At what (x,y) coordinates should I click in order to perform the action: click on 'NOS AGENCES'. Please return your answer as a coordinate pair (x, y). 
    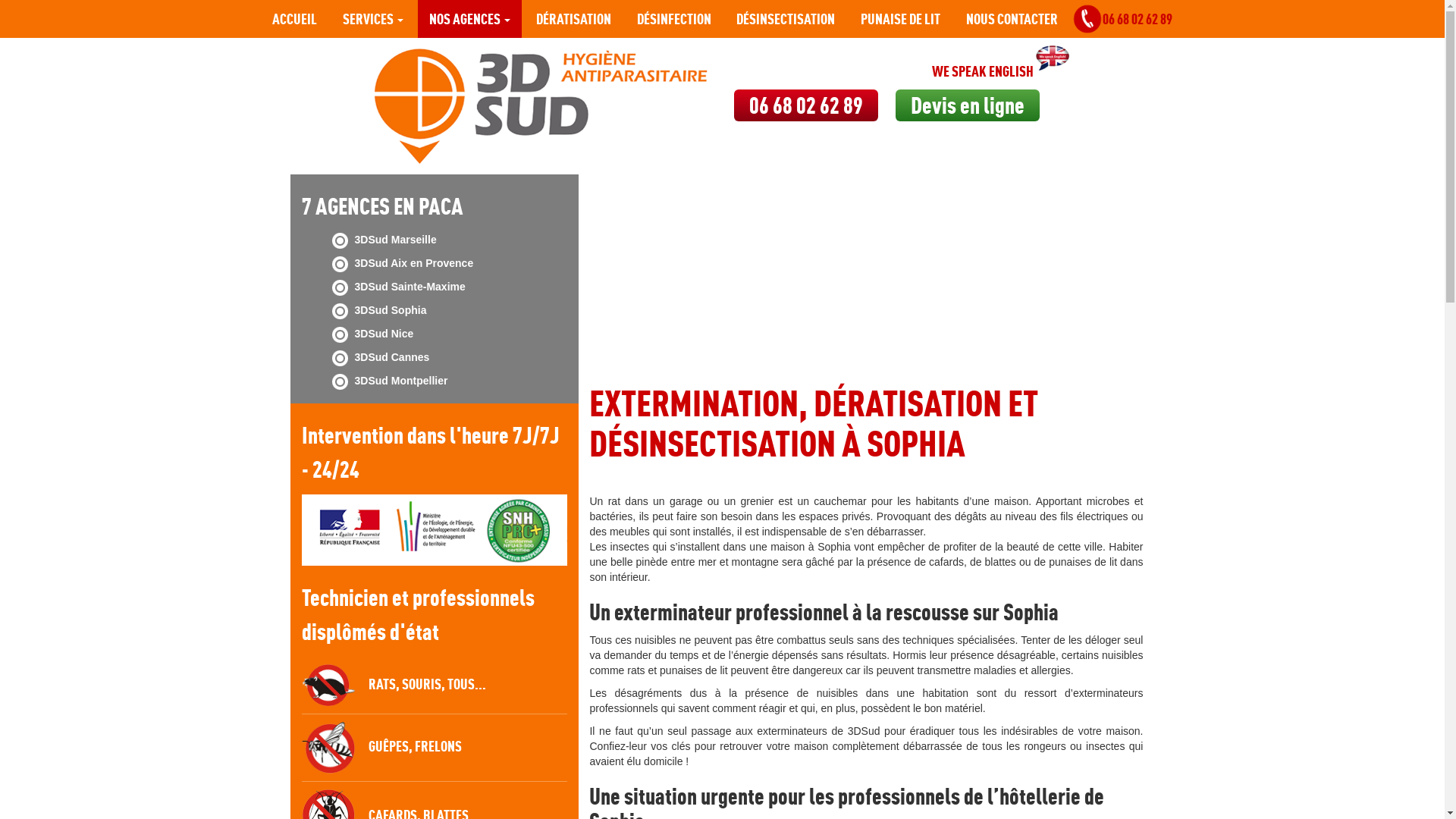
    Looking at the image, I should click on (469, 18).